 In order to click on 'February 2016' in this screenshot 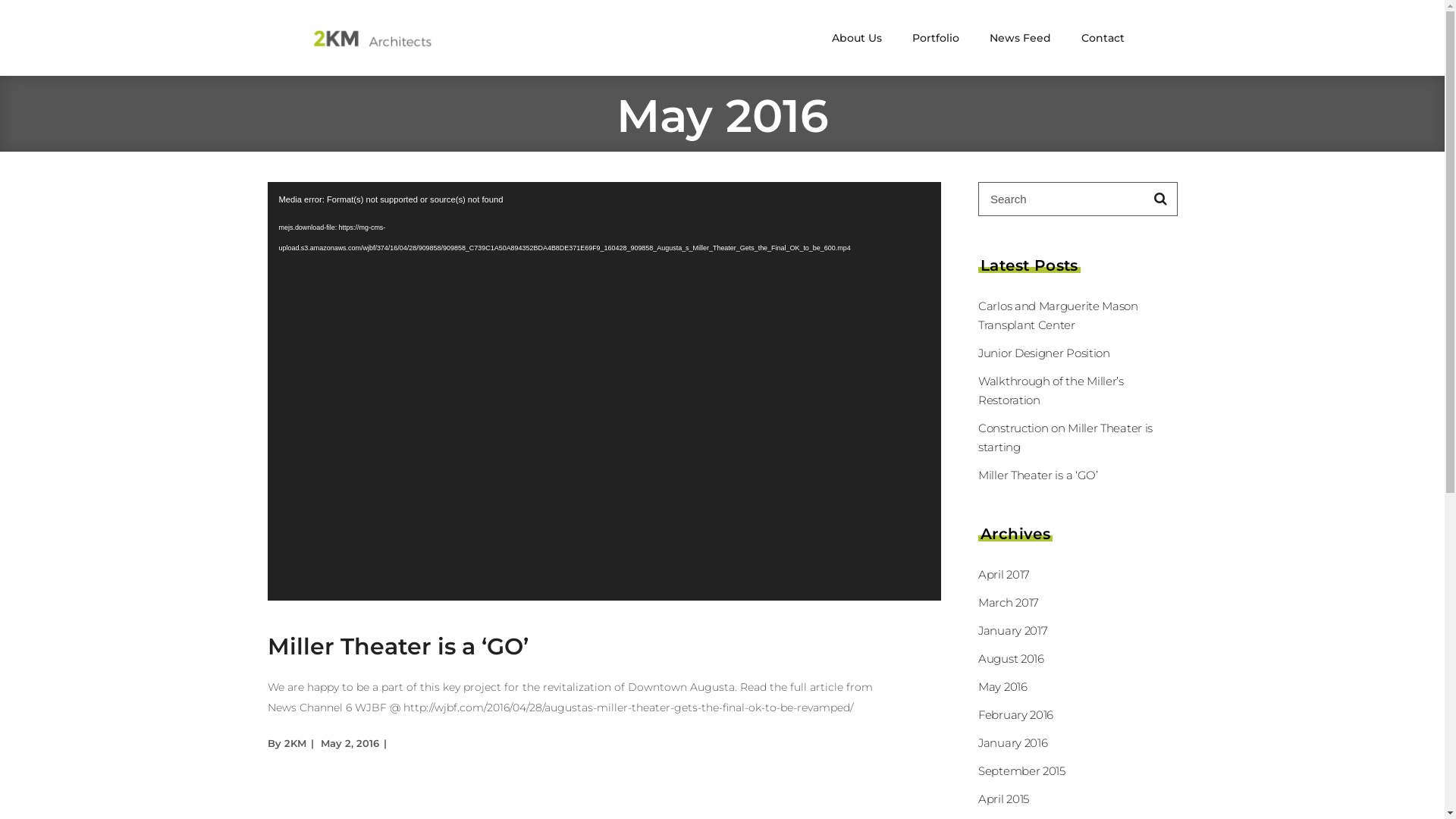, I will do `click(1015, 714)`.